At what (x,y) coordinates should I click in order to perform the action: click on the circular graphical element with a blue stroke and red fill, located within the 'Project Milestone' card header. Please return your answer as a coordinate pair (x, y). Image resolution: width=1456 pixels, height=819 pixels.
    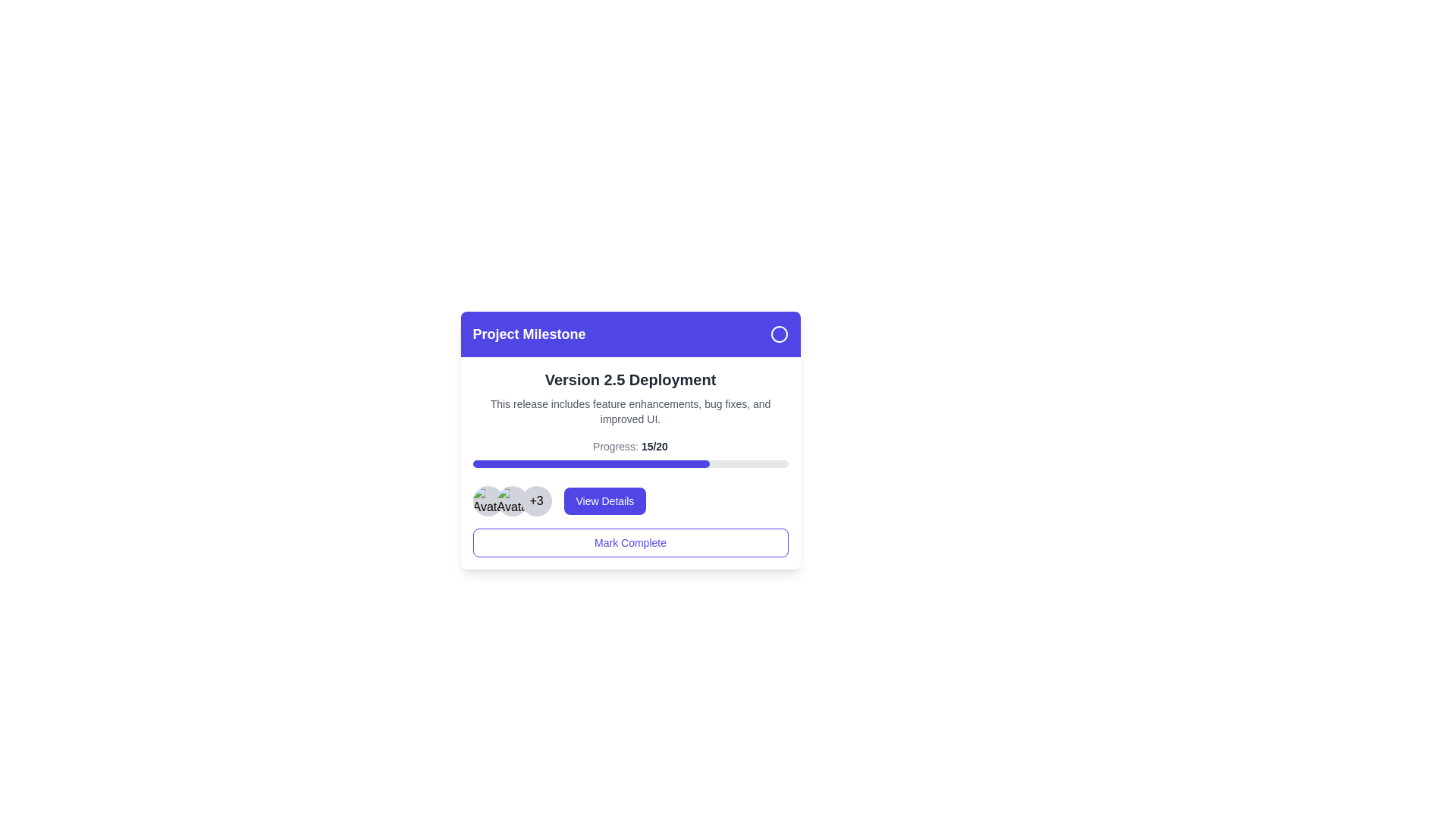
    Looking at the image, I should click on (779, 333).